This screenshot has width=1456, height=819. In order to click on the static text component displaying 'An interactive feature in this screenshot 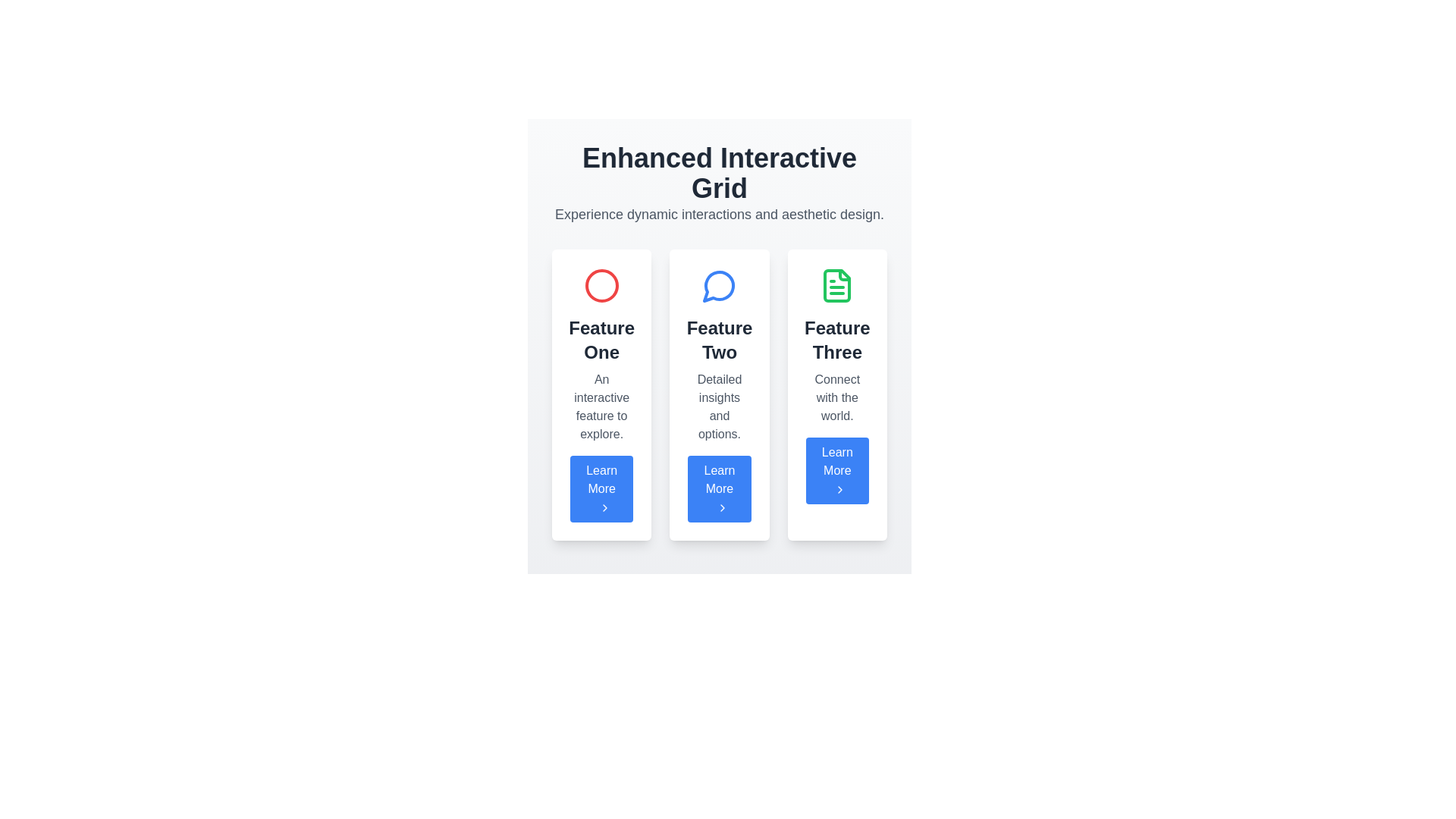, I will do `click(601, 406)`.